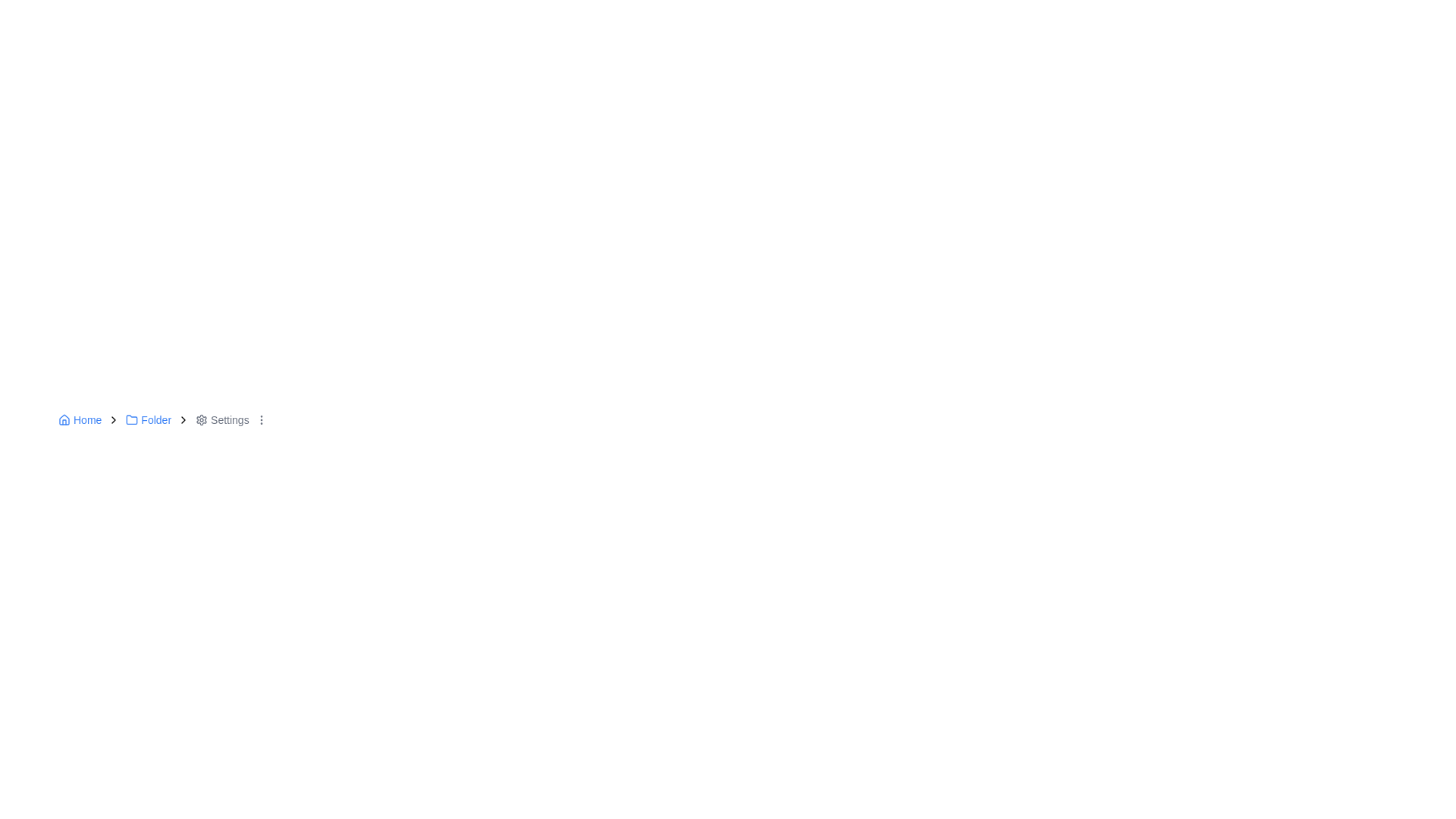 The image size is (1456, 819). Describe the element at coordinates (64, 419) in the screenshot. I see `the top outline portion of the house icon in the breadcrumb navigation bar for UI navigation` at that location.